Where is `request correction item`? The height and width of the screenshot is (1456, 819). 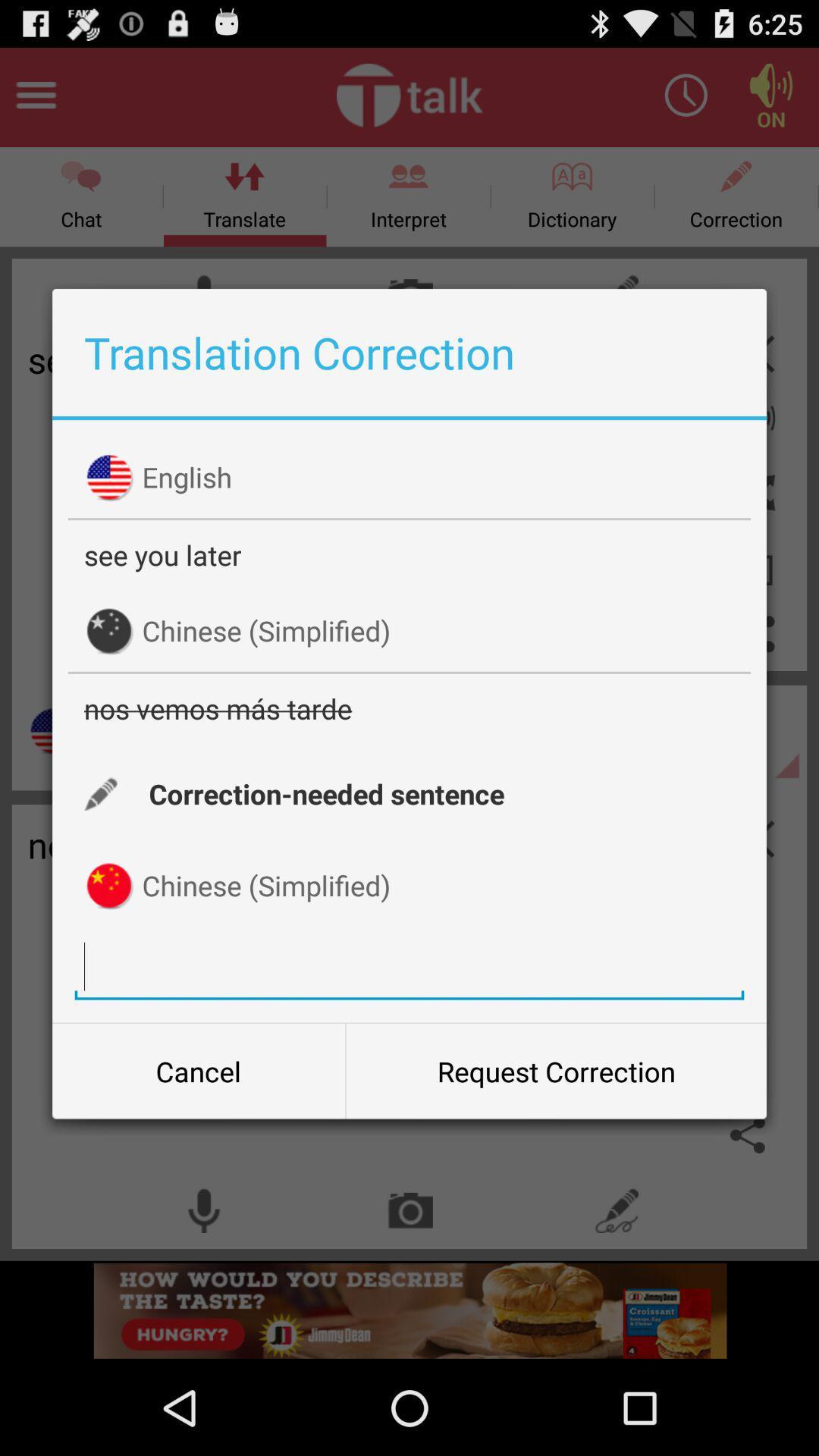
request correction item is located at coordinates (556, 1070).